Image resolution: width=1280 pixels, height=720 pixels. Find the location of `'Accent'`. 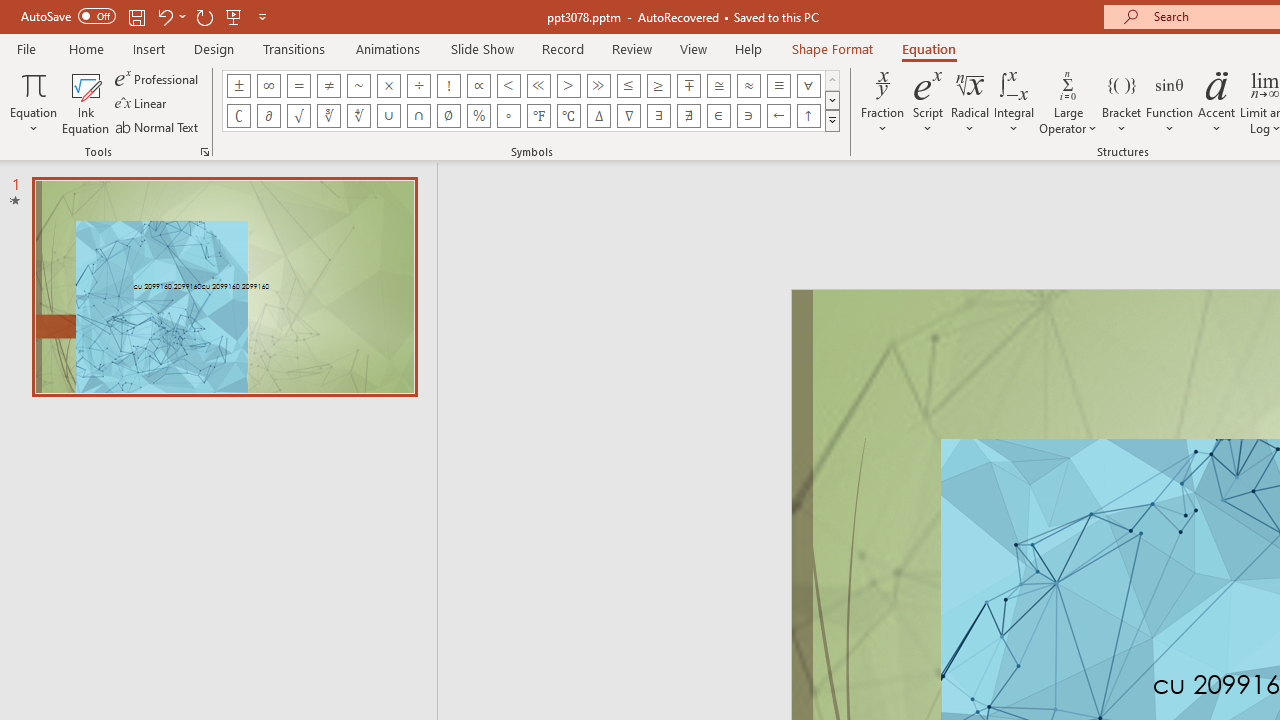

'Accent' is located at coordinates (1215, 103).